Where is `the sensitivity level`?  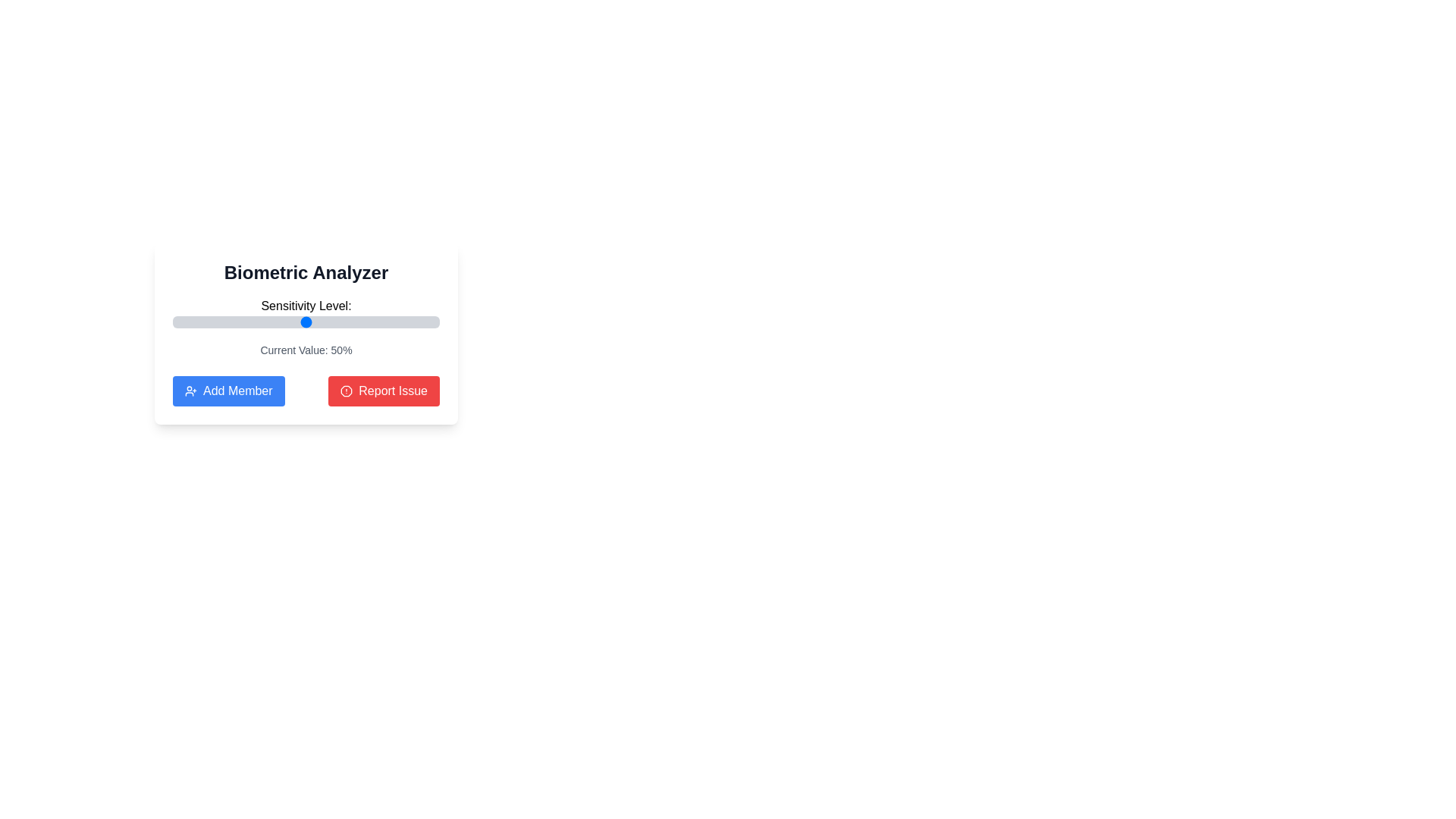 the sensitivity level is located at coordinates (247, 321).